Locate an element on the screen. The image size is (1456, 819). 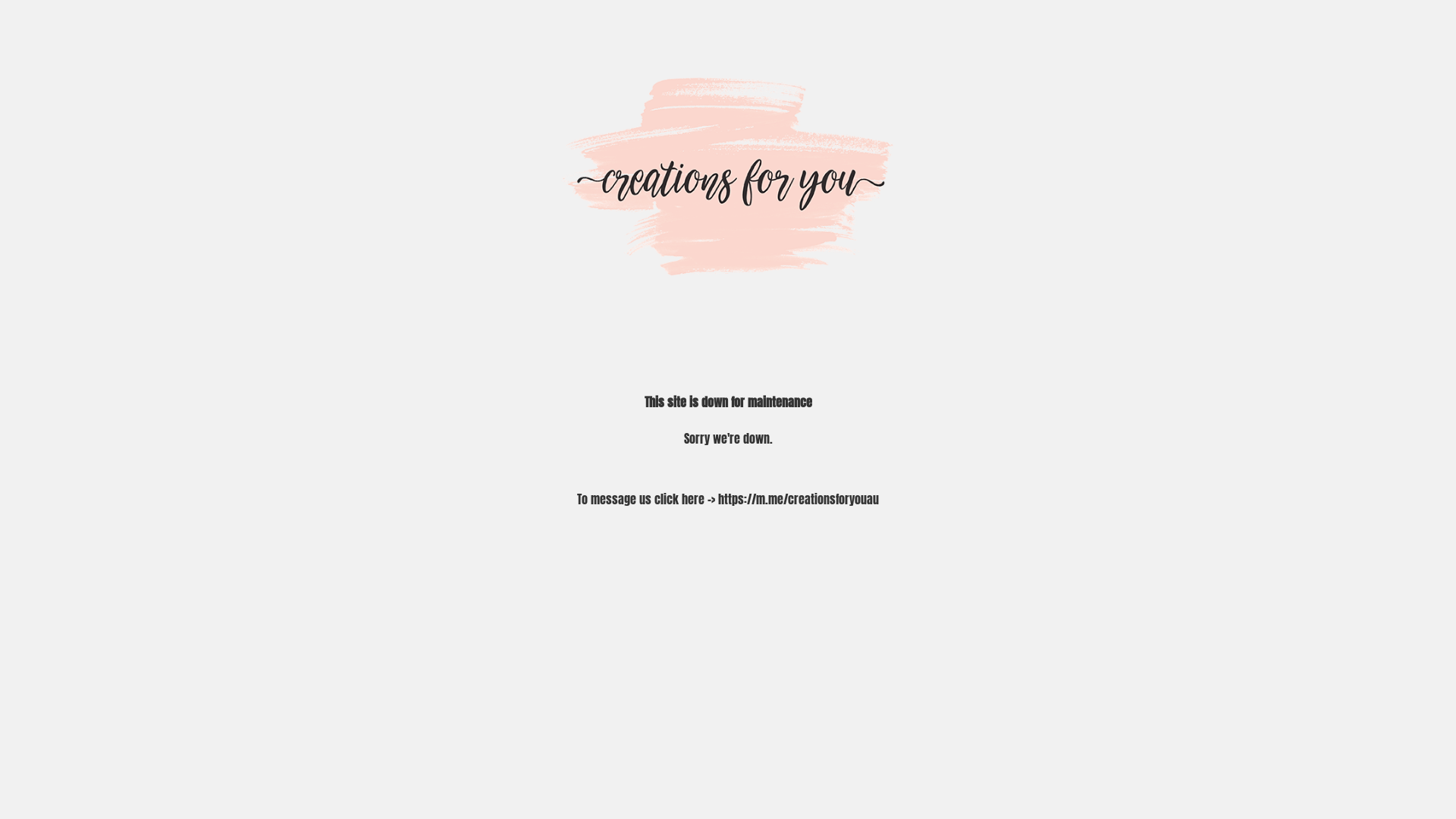
'https://m.me/creationsforyouau' is located at coordinates (797, 499).